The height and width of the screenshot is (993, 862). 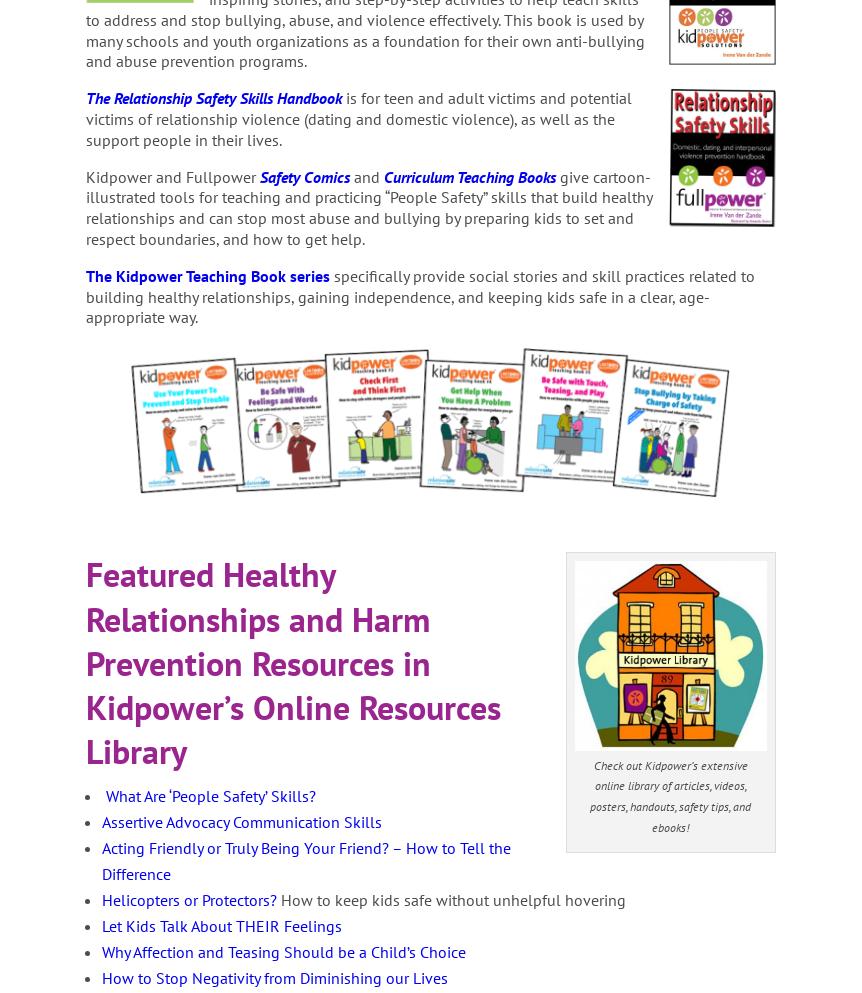 What do you see at coordinates (273, 978) in the screenshot?
I see `'How to Stop Negativity from Diminishing our Lives'` at bounding box center [273, 978].